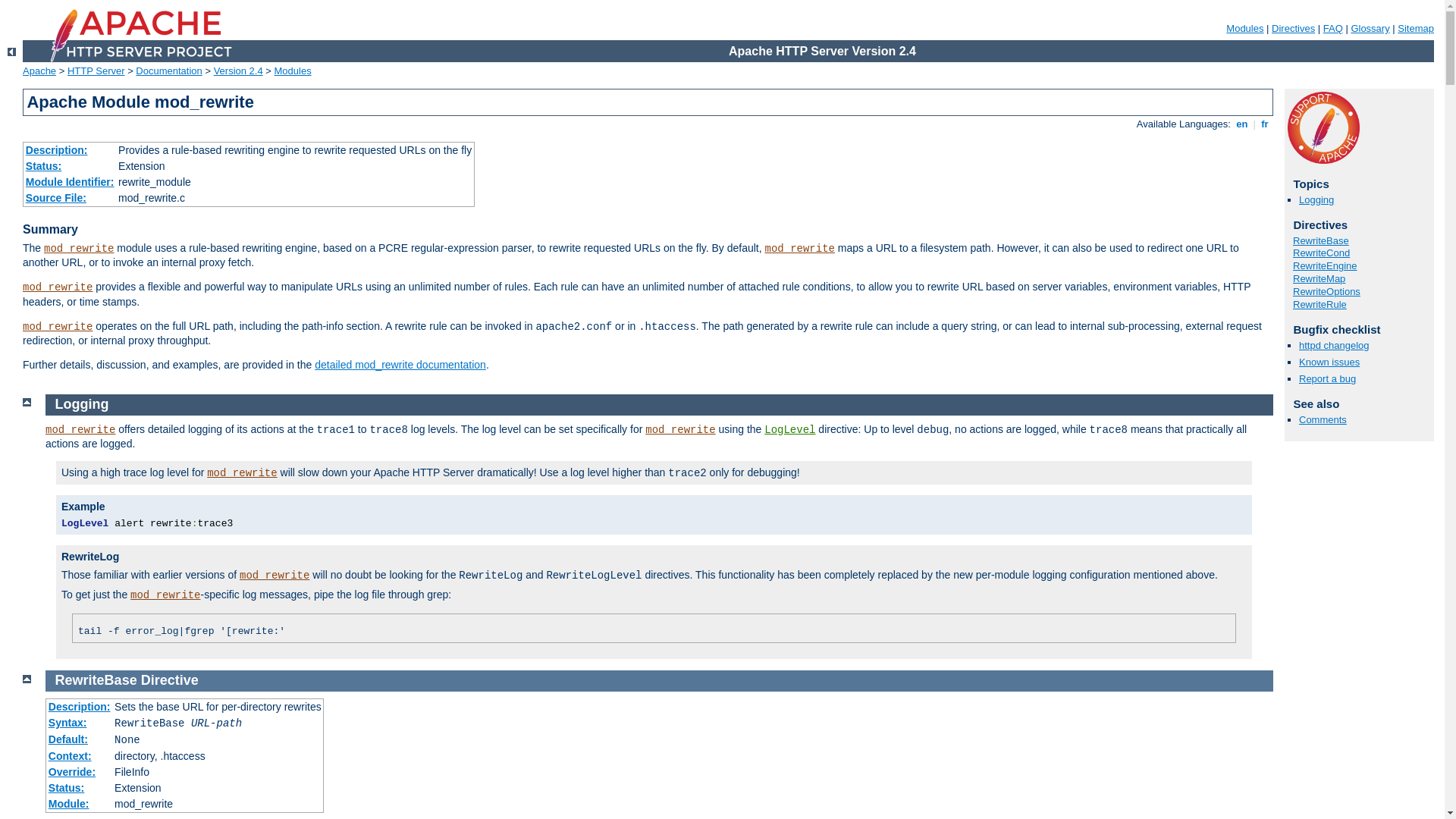  I want to click on 'Logging', so click(81, 403).